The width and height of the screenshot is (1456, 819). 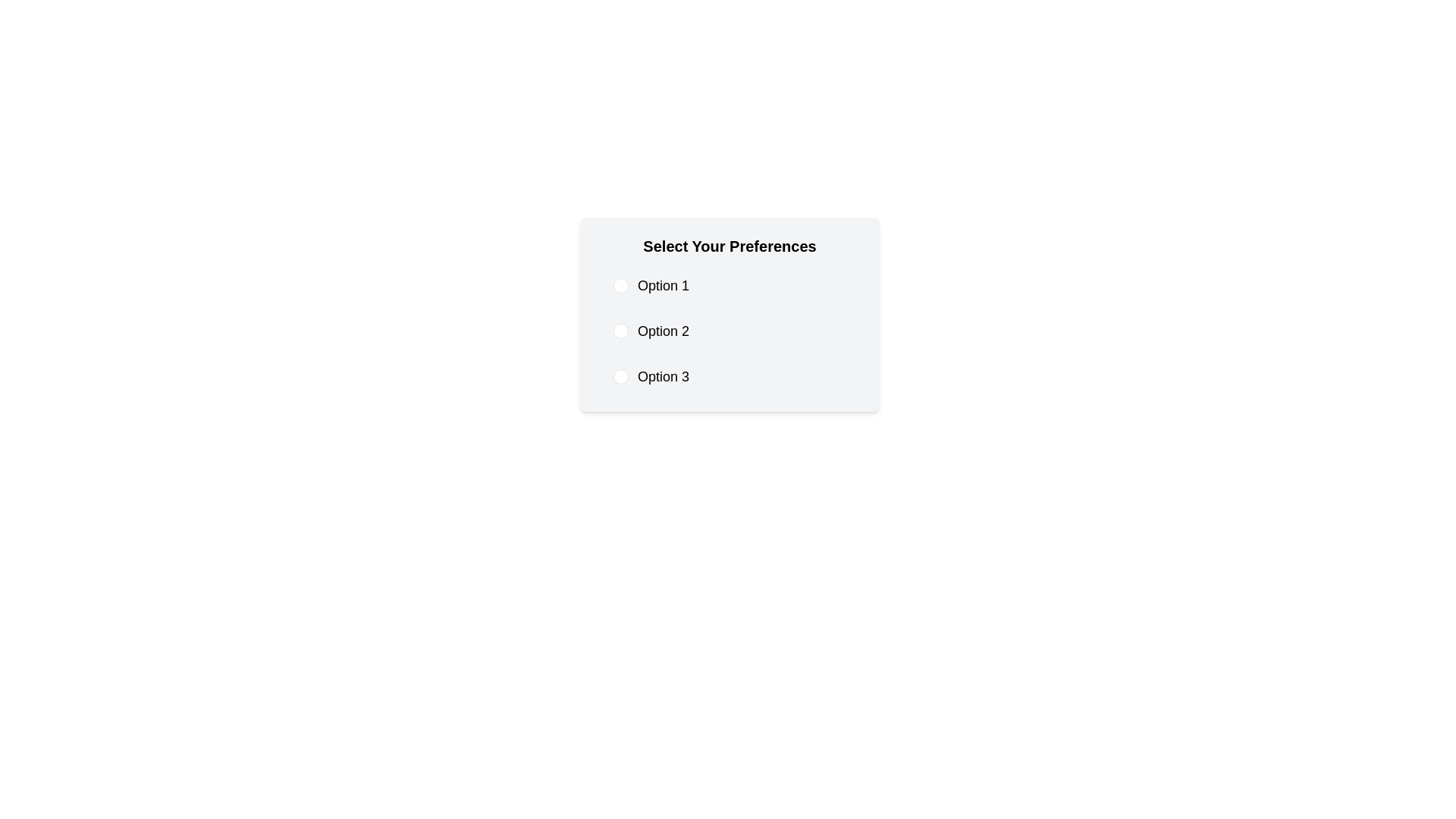 I want to click on text labeled 'Option 1' which is styled with a larger font size and is part of the first option in the 'Select Your Preferences' list, aligned horizontally with the circular checkbox, so click(x=663, y=286).